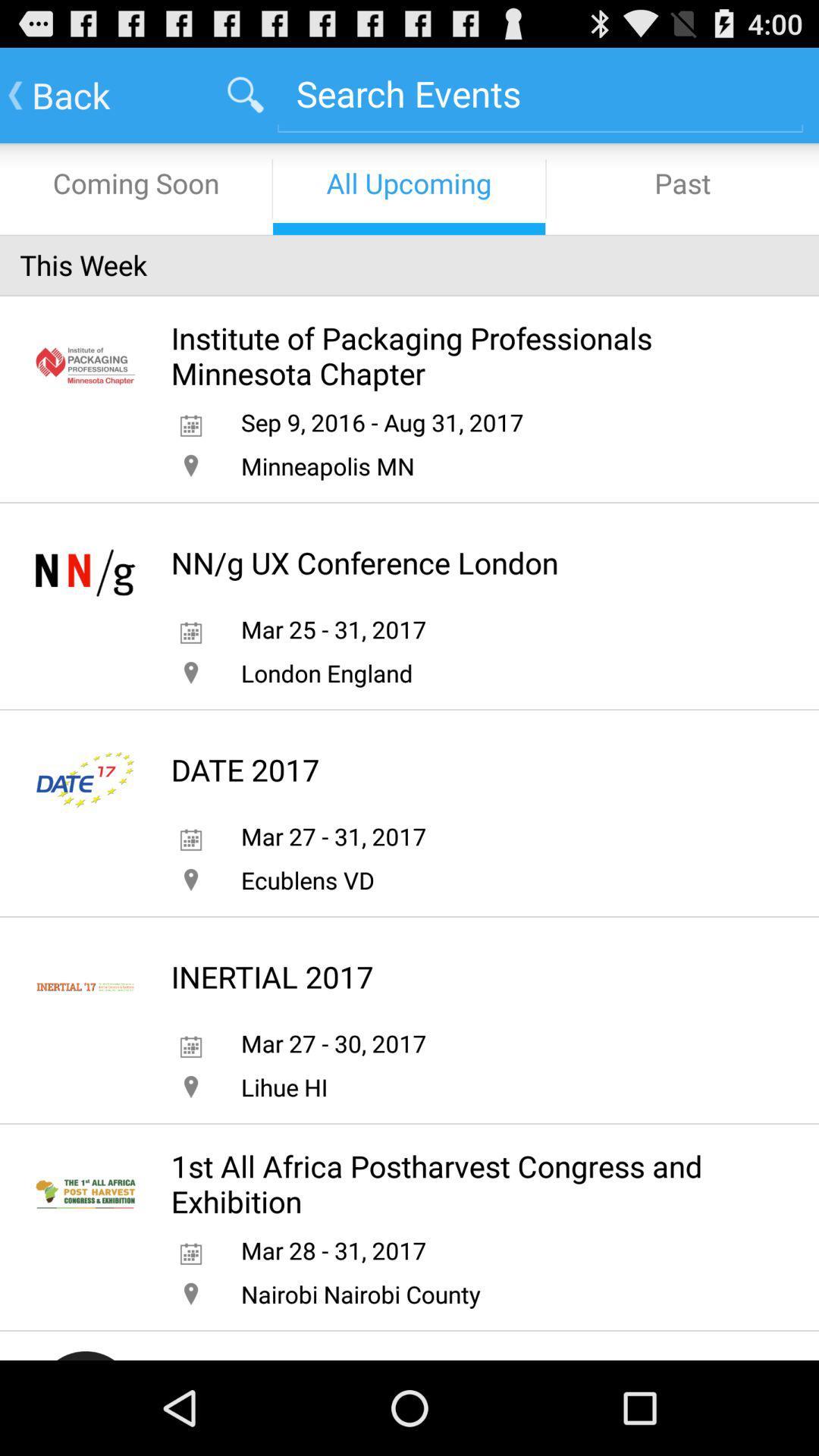 This screenshot has height=1456, width=819. Describe the element at coordinates (539, 93) in the screenshot. I see `search for events` at that location.